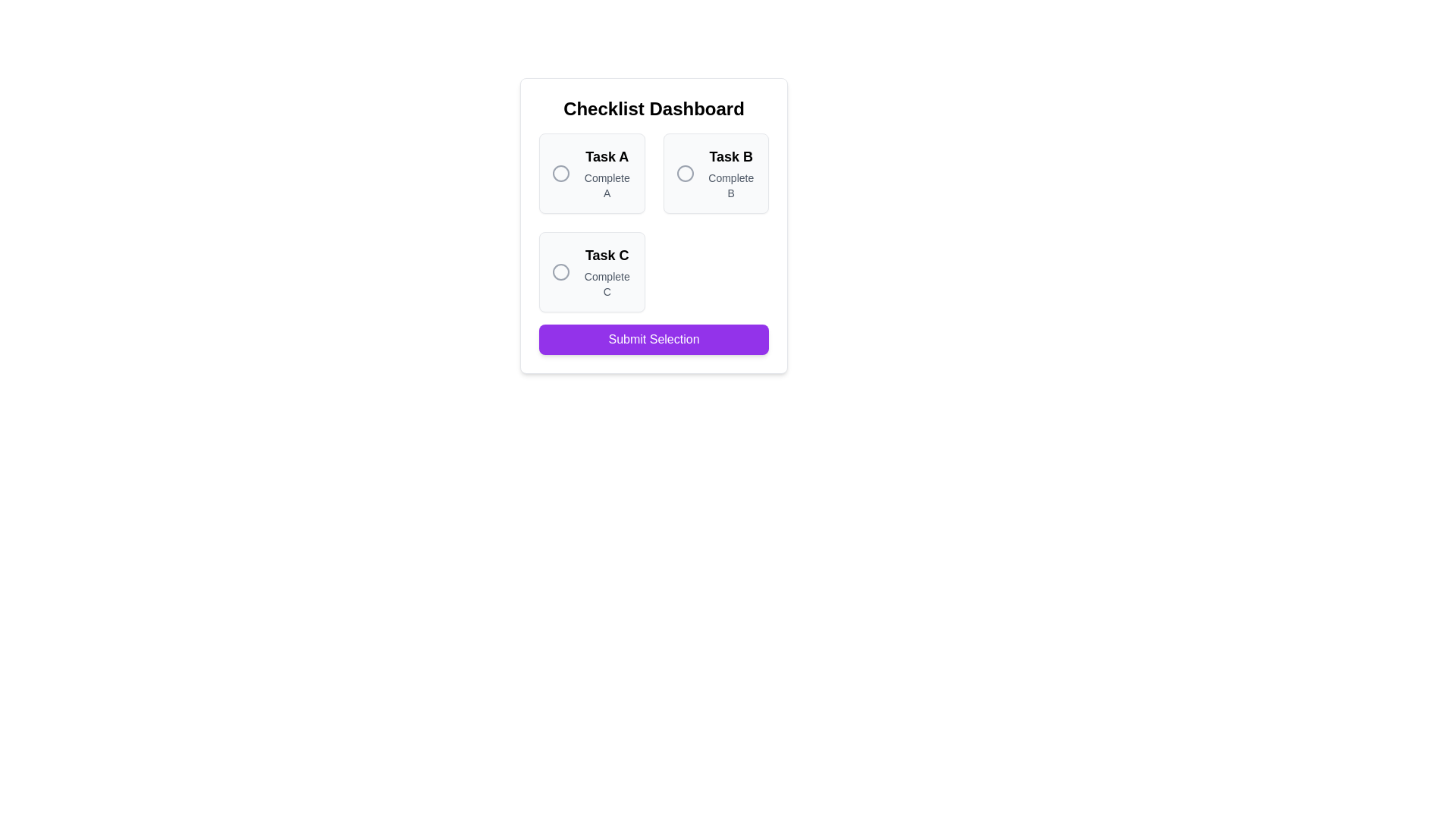 The height and width of the screenshot is (819, 1456). What do you see at coordinates (607, 284) in the screenshot?
I see `the text label that provides context for 'Task C', located in the bottom-left quadrant of the checklist dashboard interface` at bounding box center [607, 284].